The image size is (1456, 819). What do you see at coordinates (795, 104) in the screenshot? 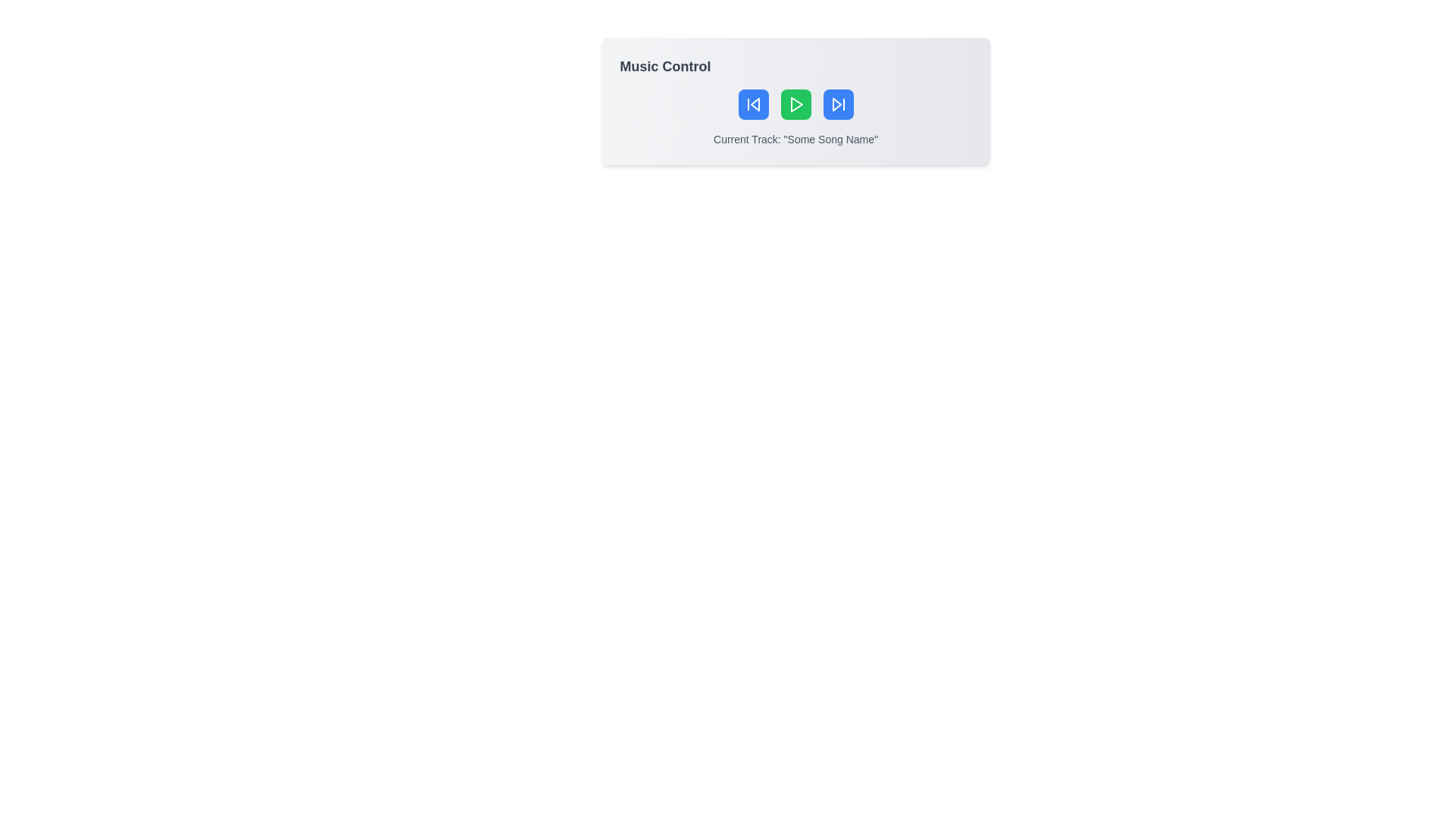
I see `the green play button with a white triangle icon, centrally located in the music control card, to initiate playback` at bounding box center [795, 104].